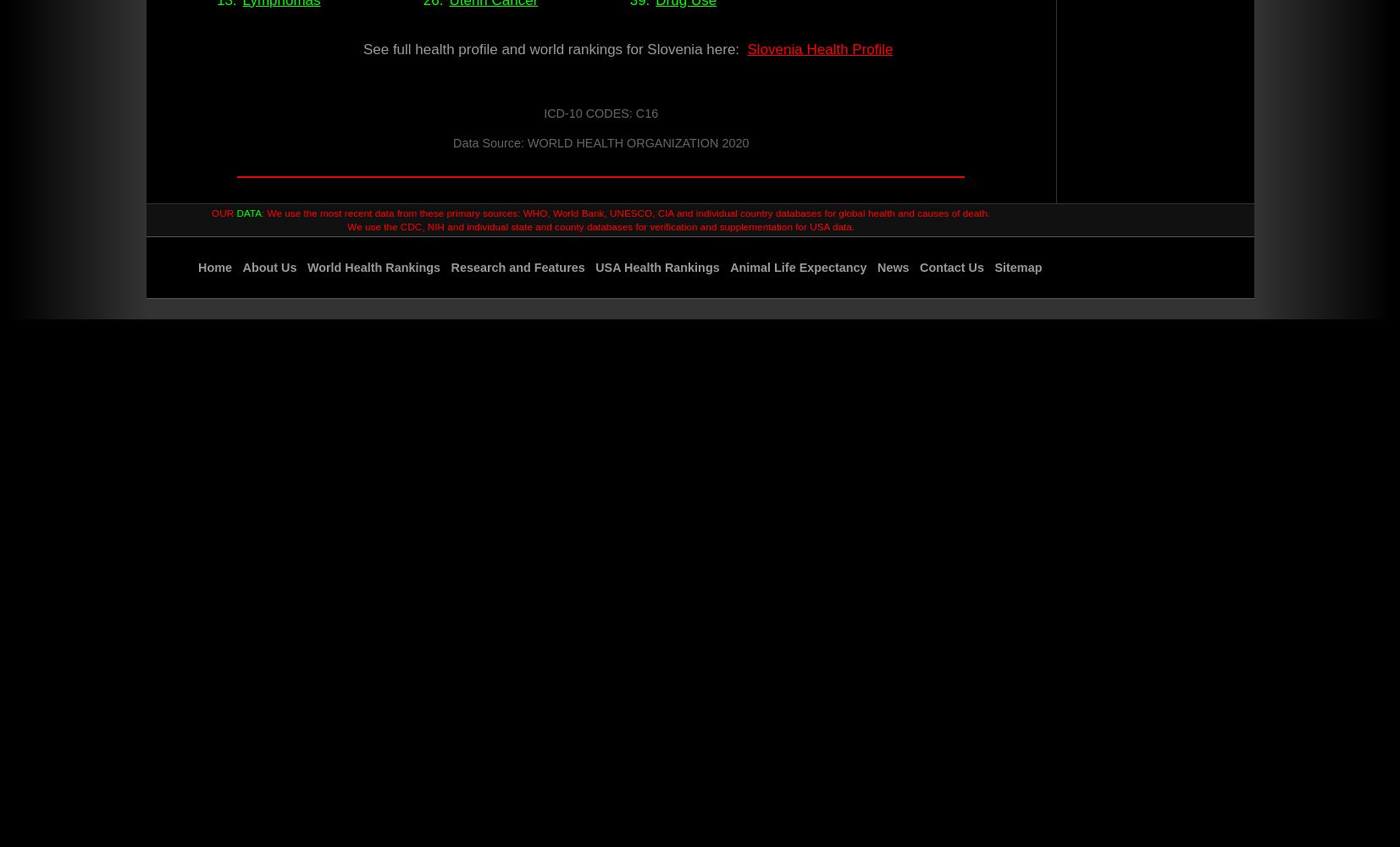  Describe the element at coordinates (625, 213) in the screenshot. I see `': We use the most recent data from these primary sources: WHO, World Bank, UNESCO, CIA and individual country databases for global health and causes of death.'` at that location.